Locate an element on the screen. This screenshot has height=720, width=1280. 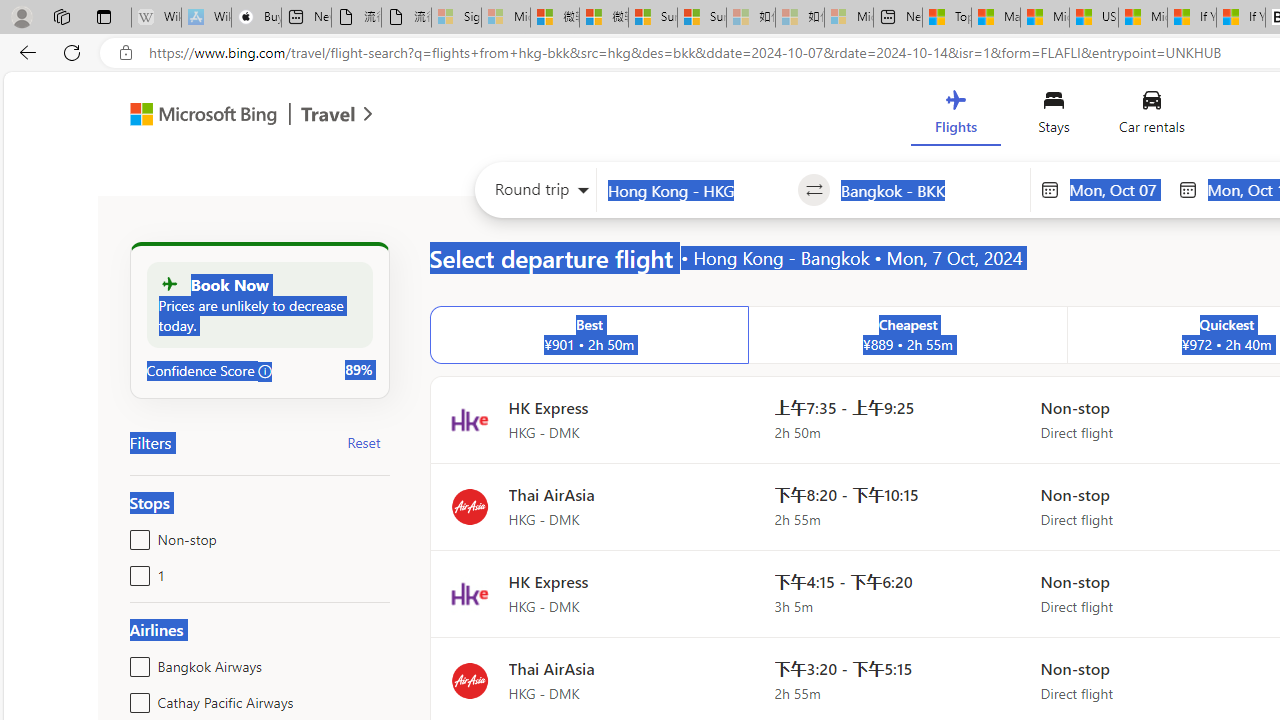
'Microsoft Bing Travel' is located at coordinates (230, 117).